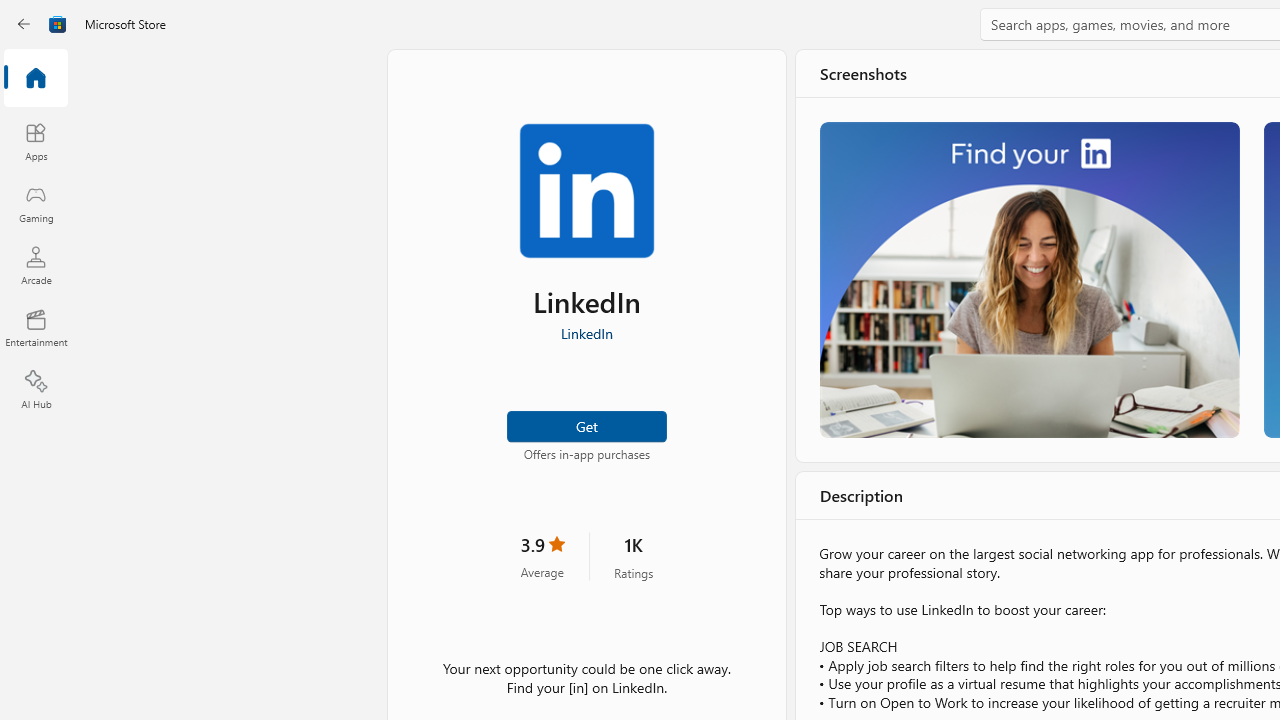 The image size is (1280, 720). Describe the element at coordinates (35, 140) in the screenshot. I see `'Apps'` at that location.